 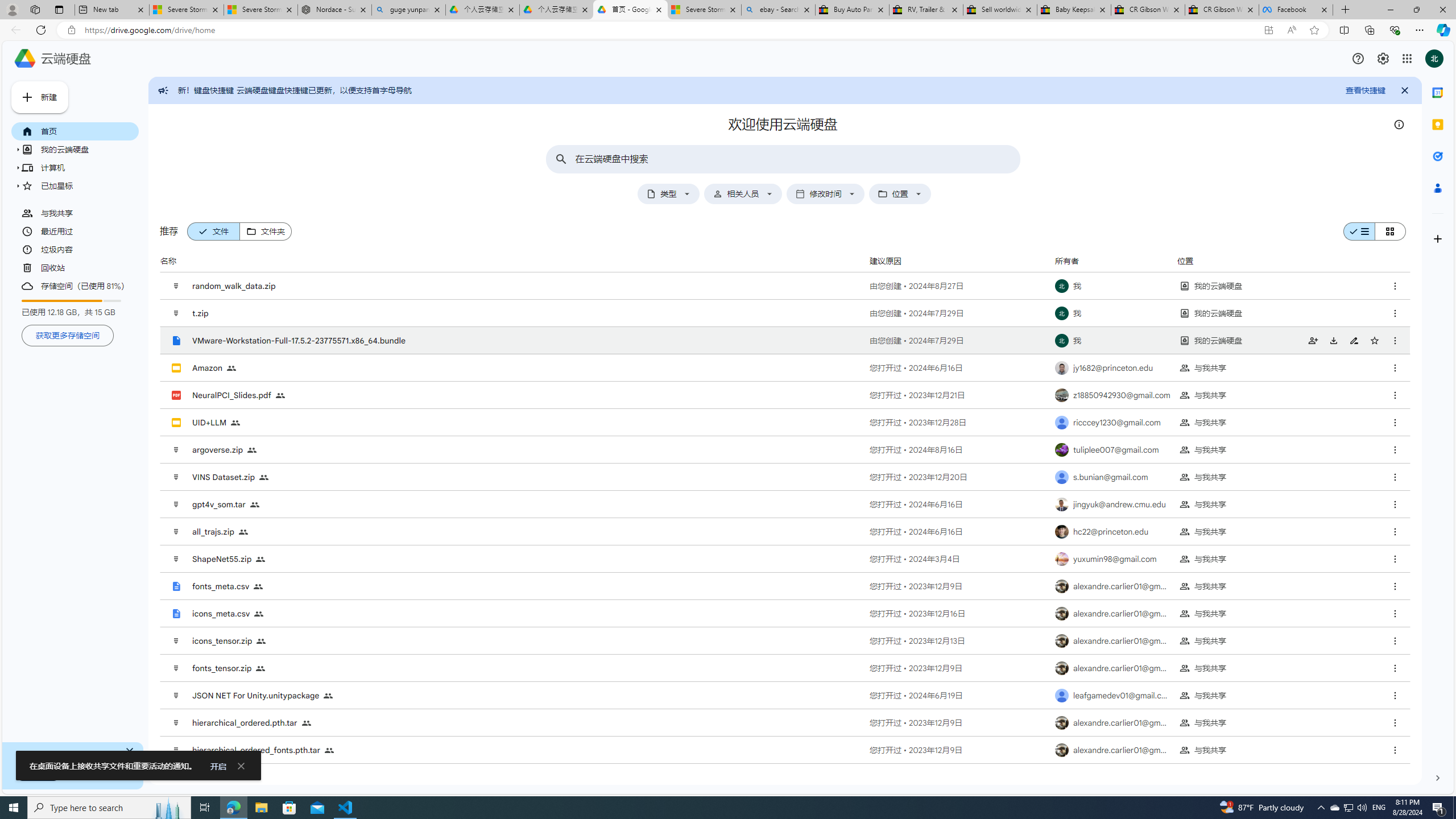 I want to click on 'Class: f8nwhd-qb23S-kBDsod f8nwhd-qb23S-b9nz9e-Rd', so click(x=1384, y=230).